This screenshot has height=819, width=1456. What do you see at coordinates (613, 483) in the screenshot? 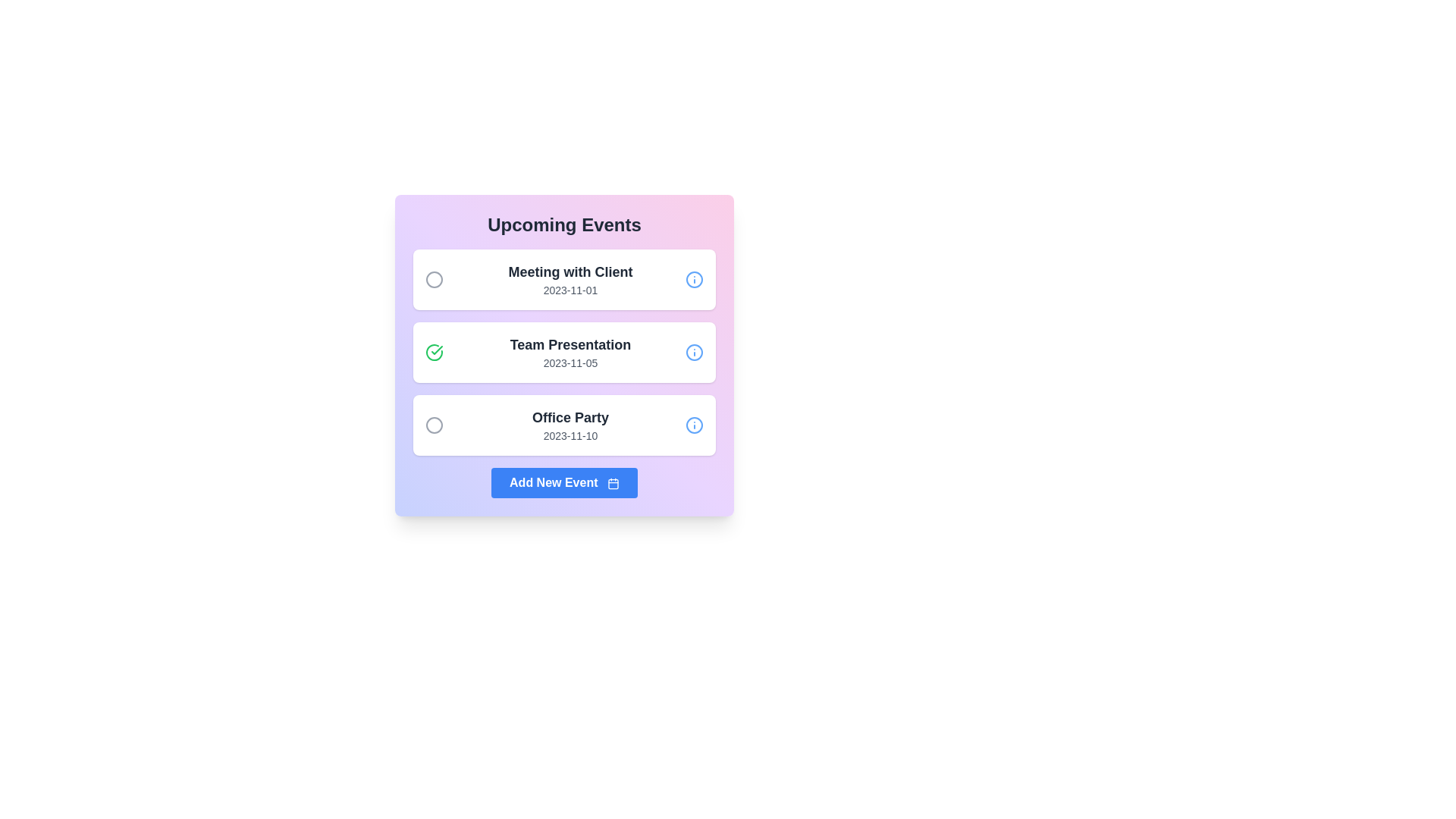
I see `the calendar icon located at the rightmost end of the 'Add New Event' button in the main event management section, which serves as a decorative symbol for adding a new event` at bounding box center [613, 483].